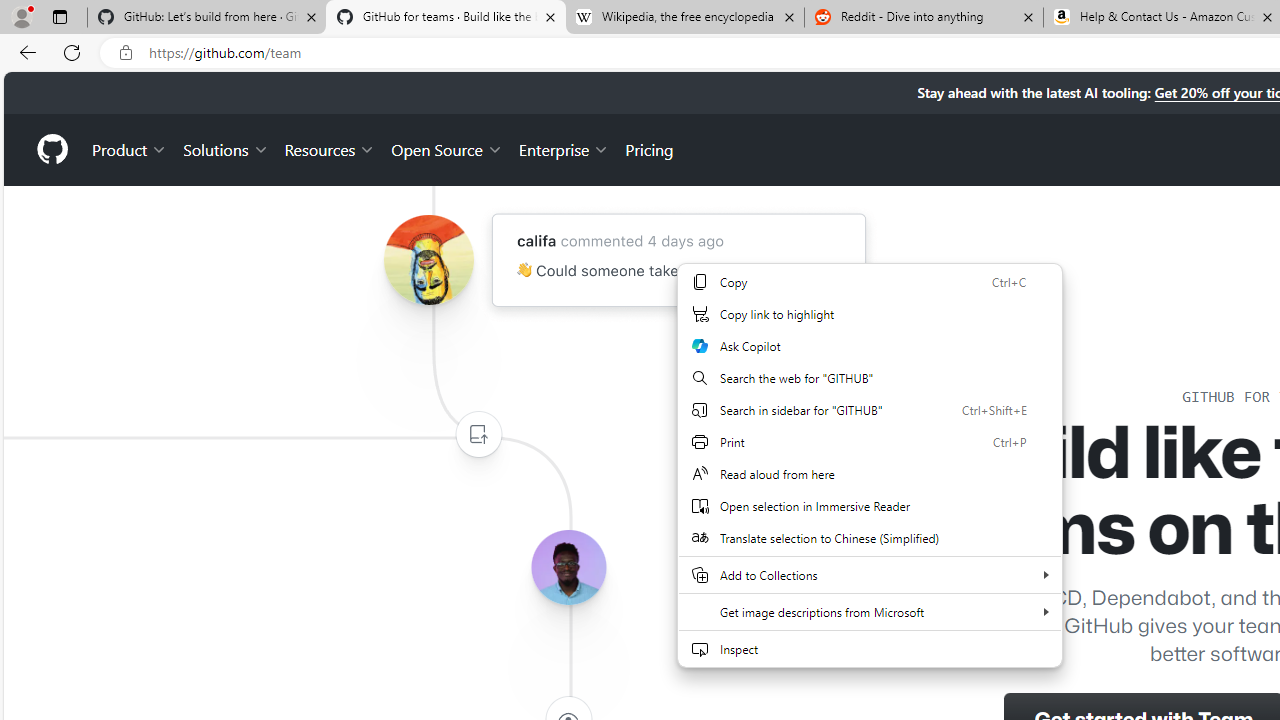 This screenshot has height=720, width=1280. What do you see at coordinates (427, 259) in the screenshot?
I see `'Avatar of the user califa'` at bounding box center [427, 259].